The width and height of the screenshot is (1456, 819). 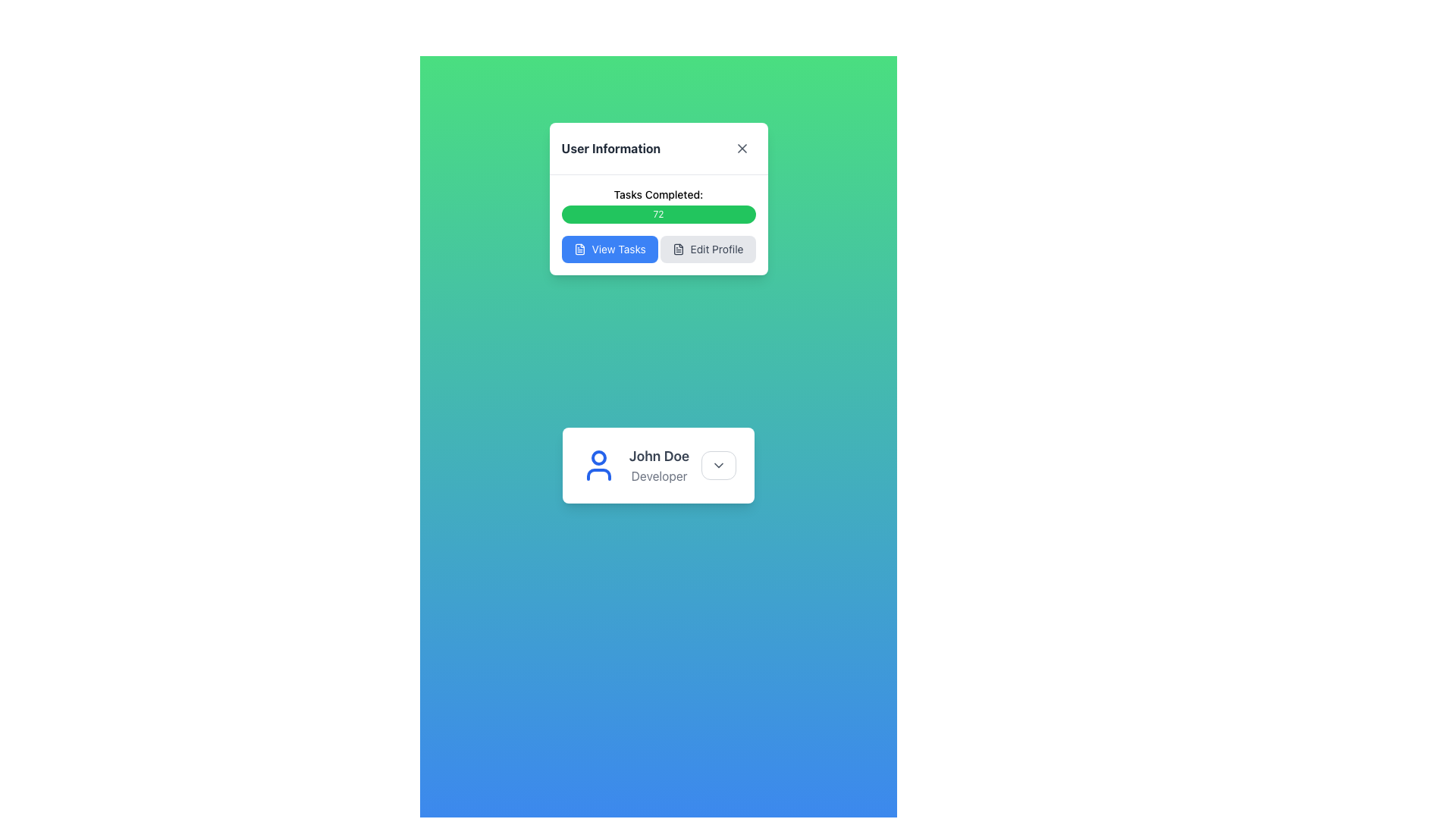 I want to click on close icon located in the top-right corner of the 'User Information' card for debugging purposes, so click(x=742, y=149).